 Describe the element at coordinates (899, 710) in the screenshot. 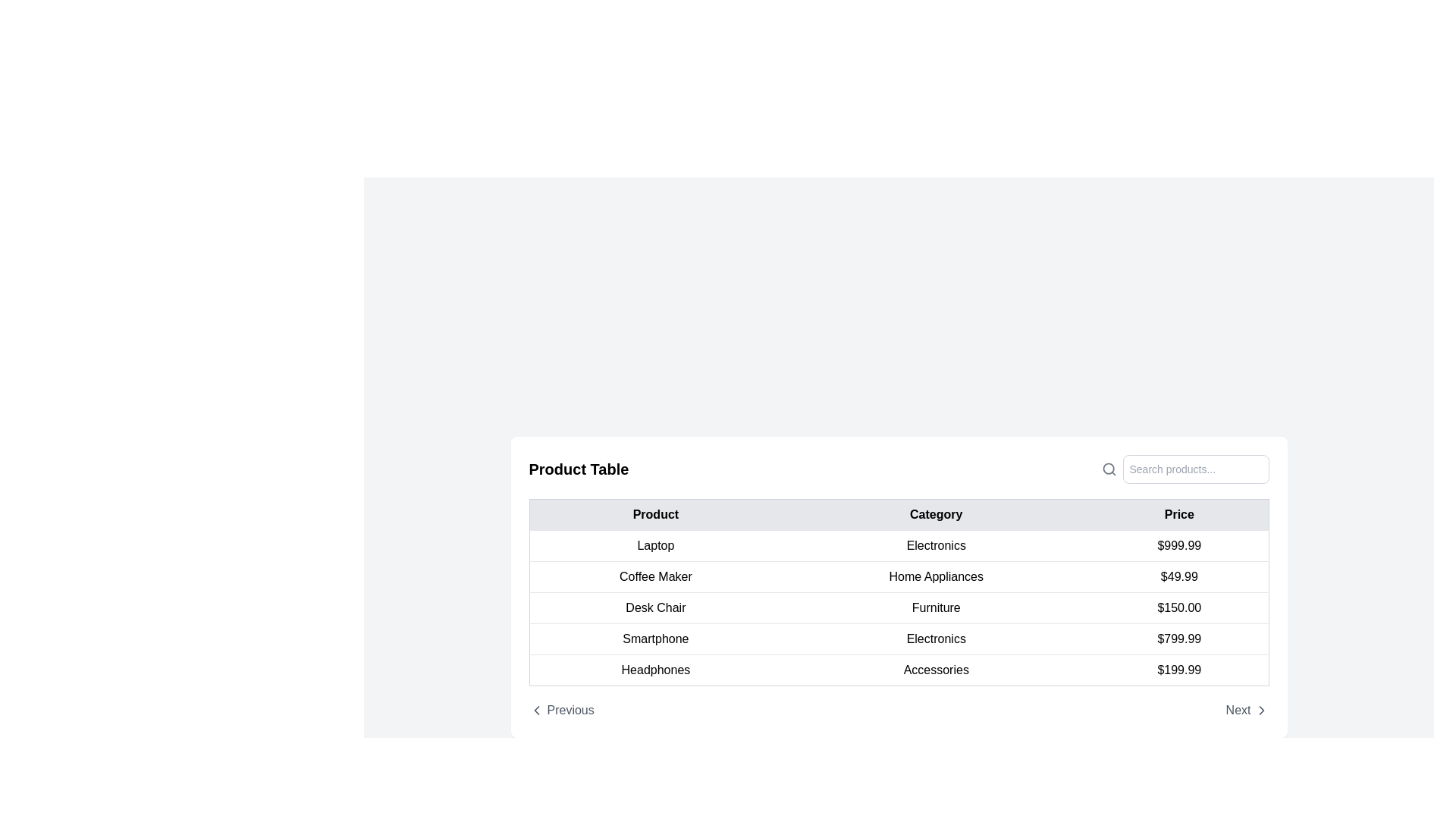

I see `the Navigation bar located at the bottom of the content area` at that location.